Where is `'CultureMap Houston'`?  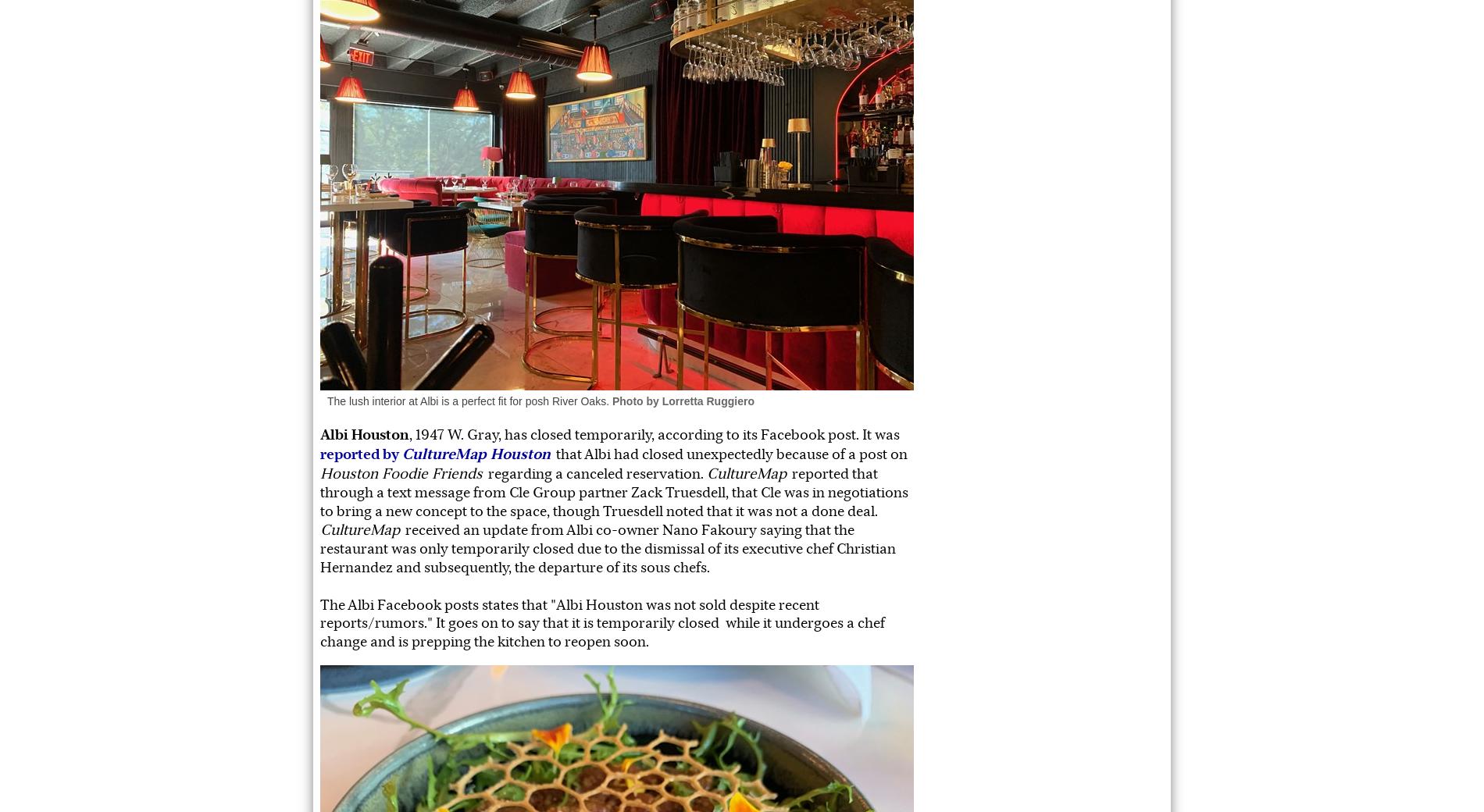
'CultureMap Houston' is located at coordinates (476, 453).